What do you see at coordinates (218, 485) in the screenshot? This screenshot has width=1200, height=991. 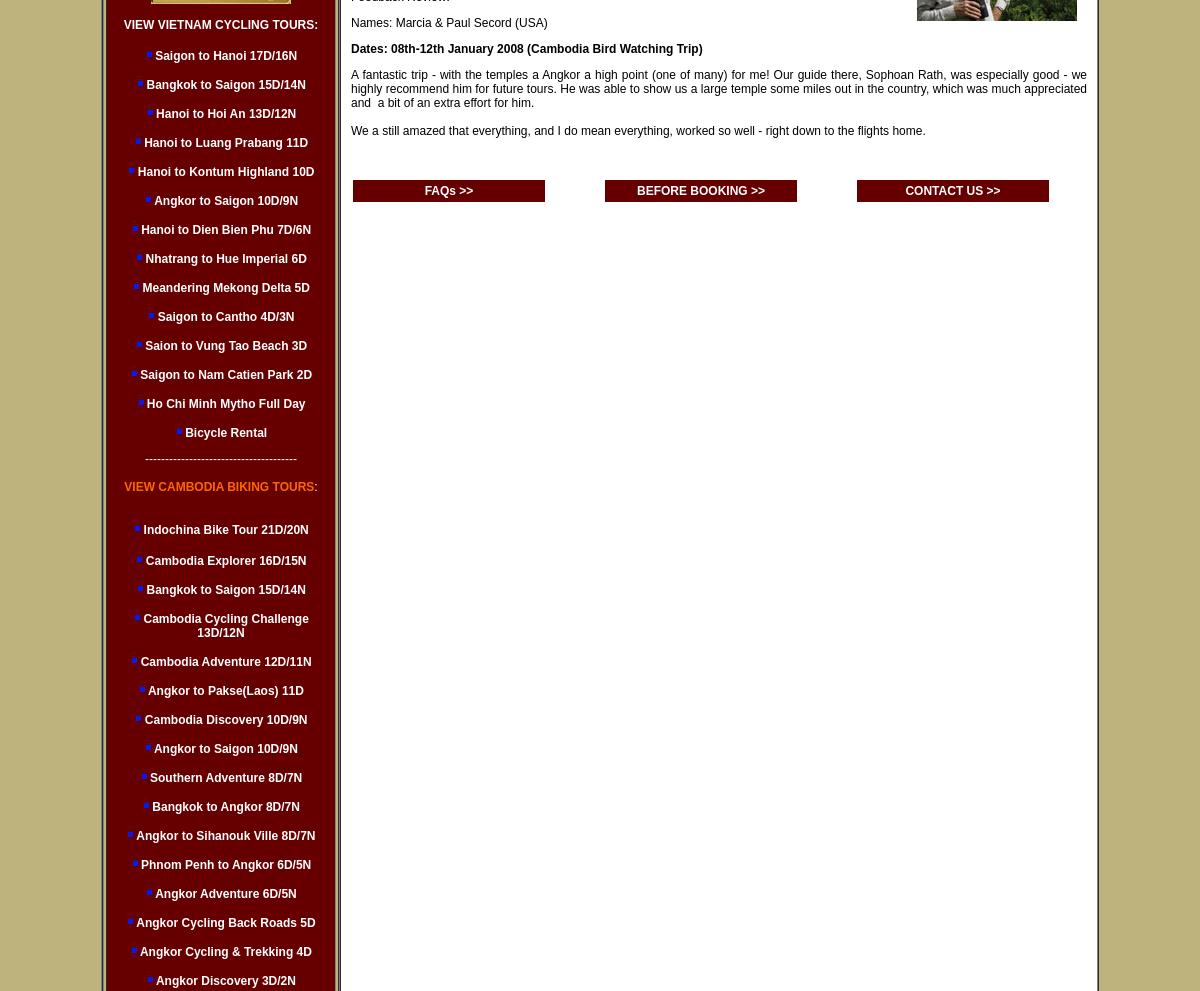 I see `'VIEW CAMBODIA BIKING TOURS'` at bounding box center [218, 485].